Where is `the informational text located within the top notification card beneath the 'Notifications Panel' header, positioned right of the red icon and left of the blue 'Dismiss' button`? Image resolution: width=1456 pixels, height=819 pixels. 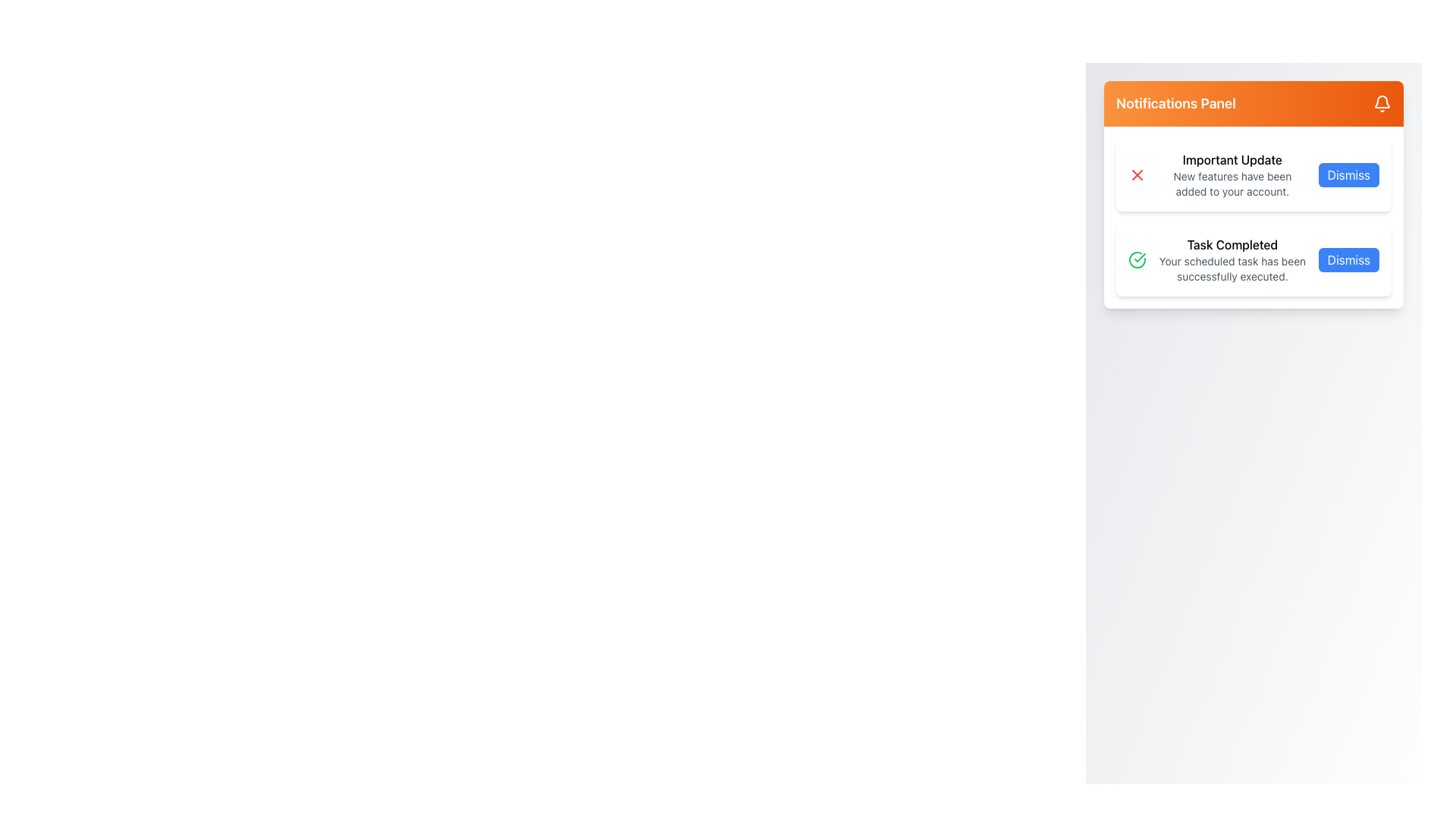 the informational text located within the top notification card beneath the 'Notifications Panel' header, positioned right of the red icon and left of the blue 'Dismiss' button is located at coordinates (1232, 174).